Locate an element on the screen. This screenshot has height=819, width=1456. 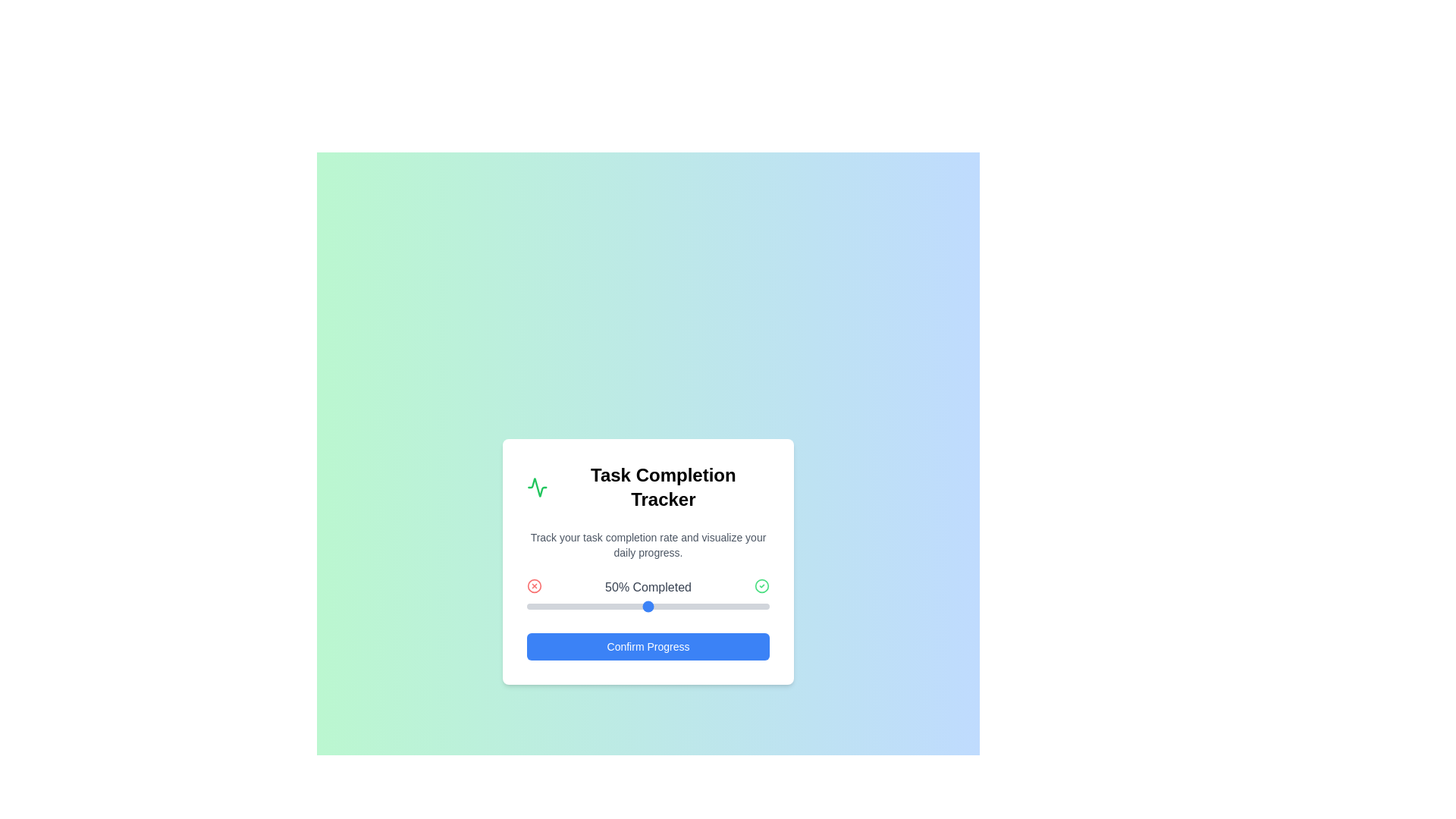
the slider to set the progress to 87% is located at coordinates (738, 605).